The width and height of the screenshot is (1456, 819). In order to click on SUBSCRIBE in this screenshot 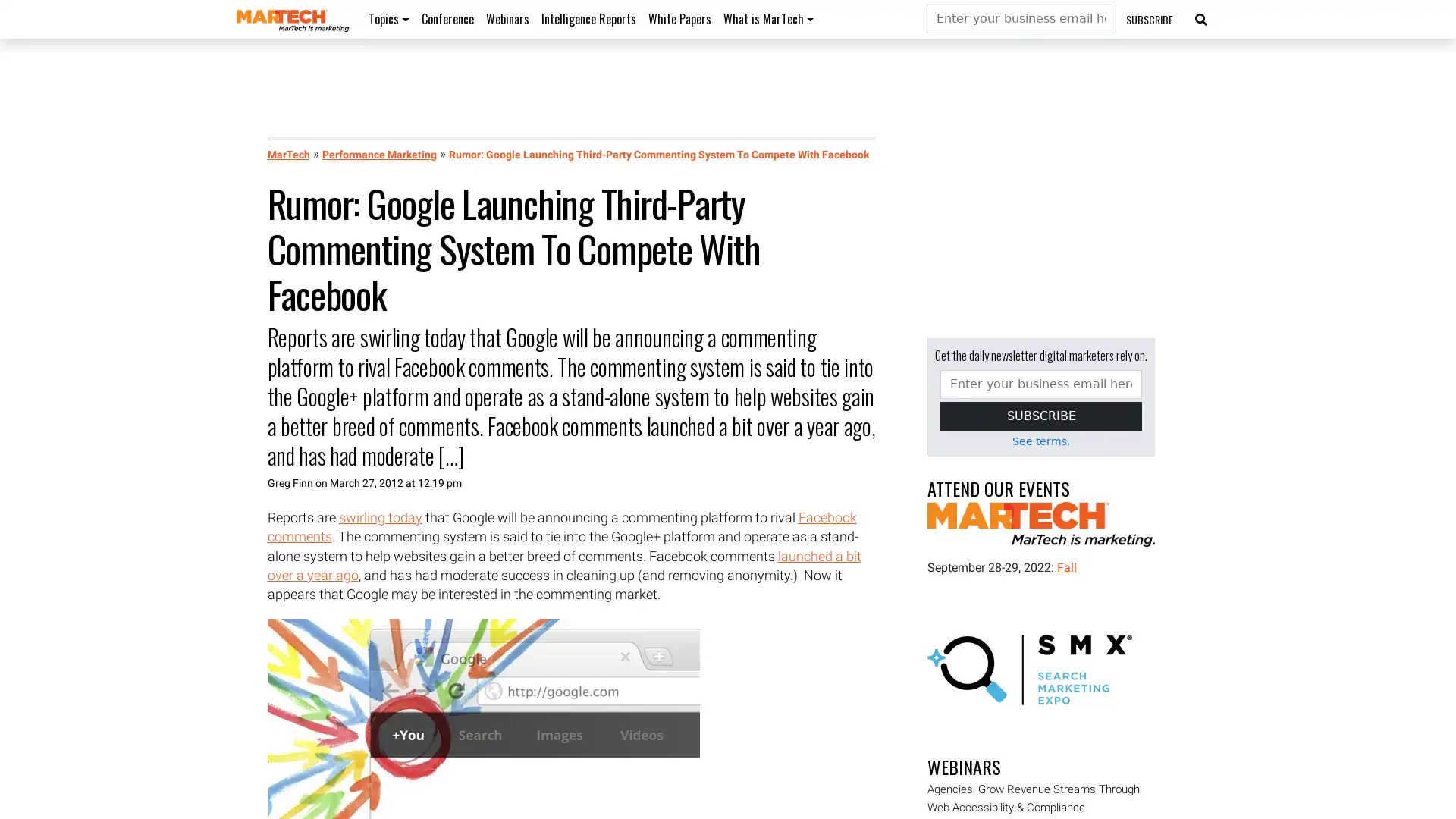, I will do `click(1150, 18)`.